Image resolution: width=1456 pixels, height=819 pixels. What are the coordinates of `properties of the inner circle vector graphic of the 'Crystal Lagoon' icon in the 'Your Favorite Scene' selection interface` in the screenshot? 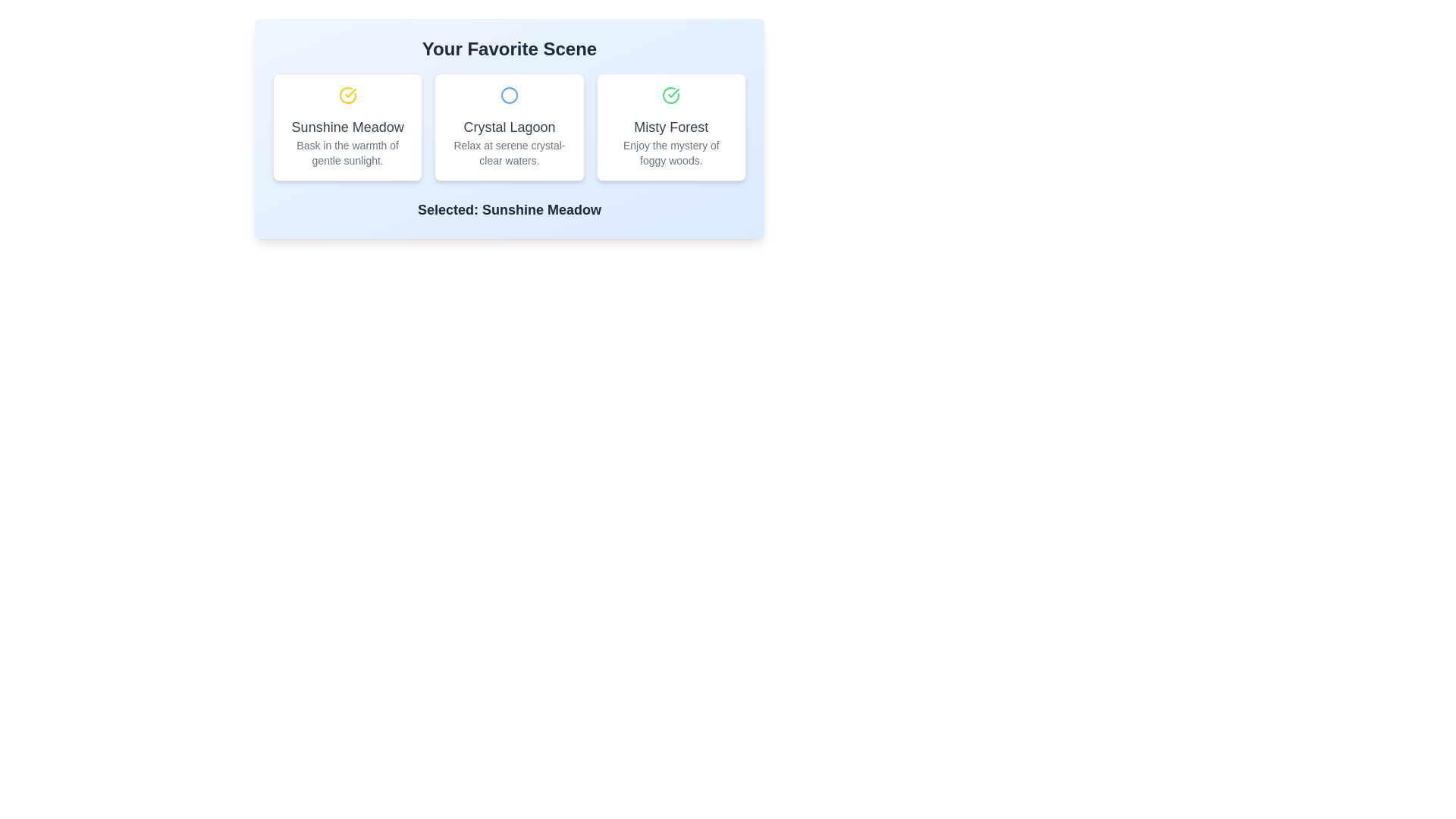 It's located at (510, 96).